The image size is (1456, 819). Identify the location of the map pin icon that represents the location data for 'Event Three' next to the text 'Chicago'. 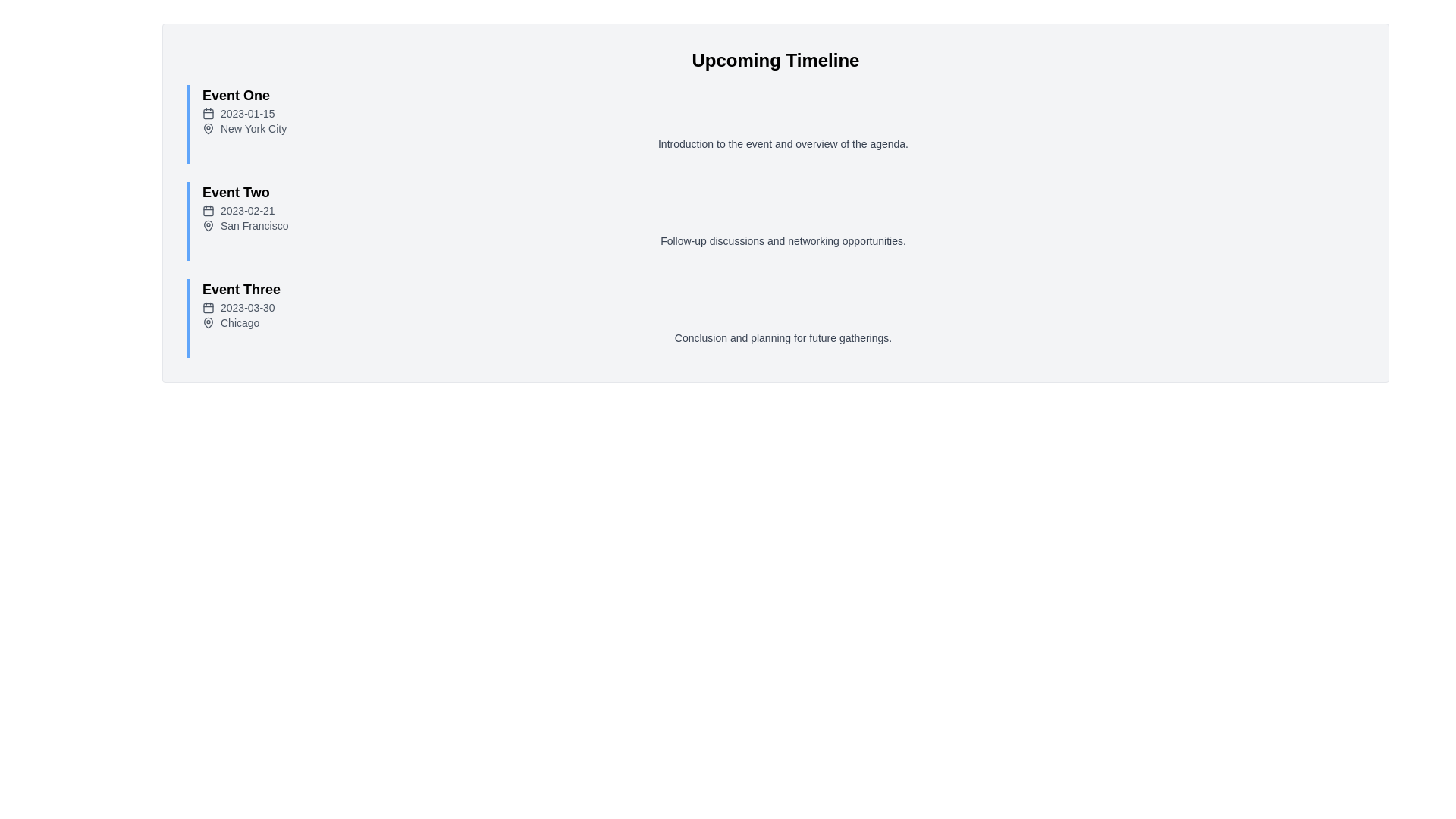
(207, 321).